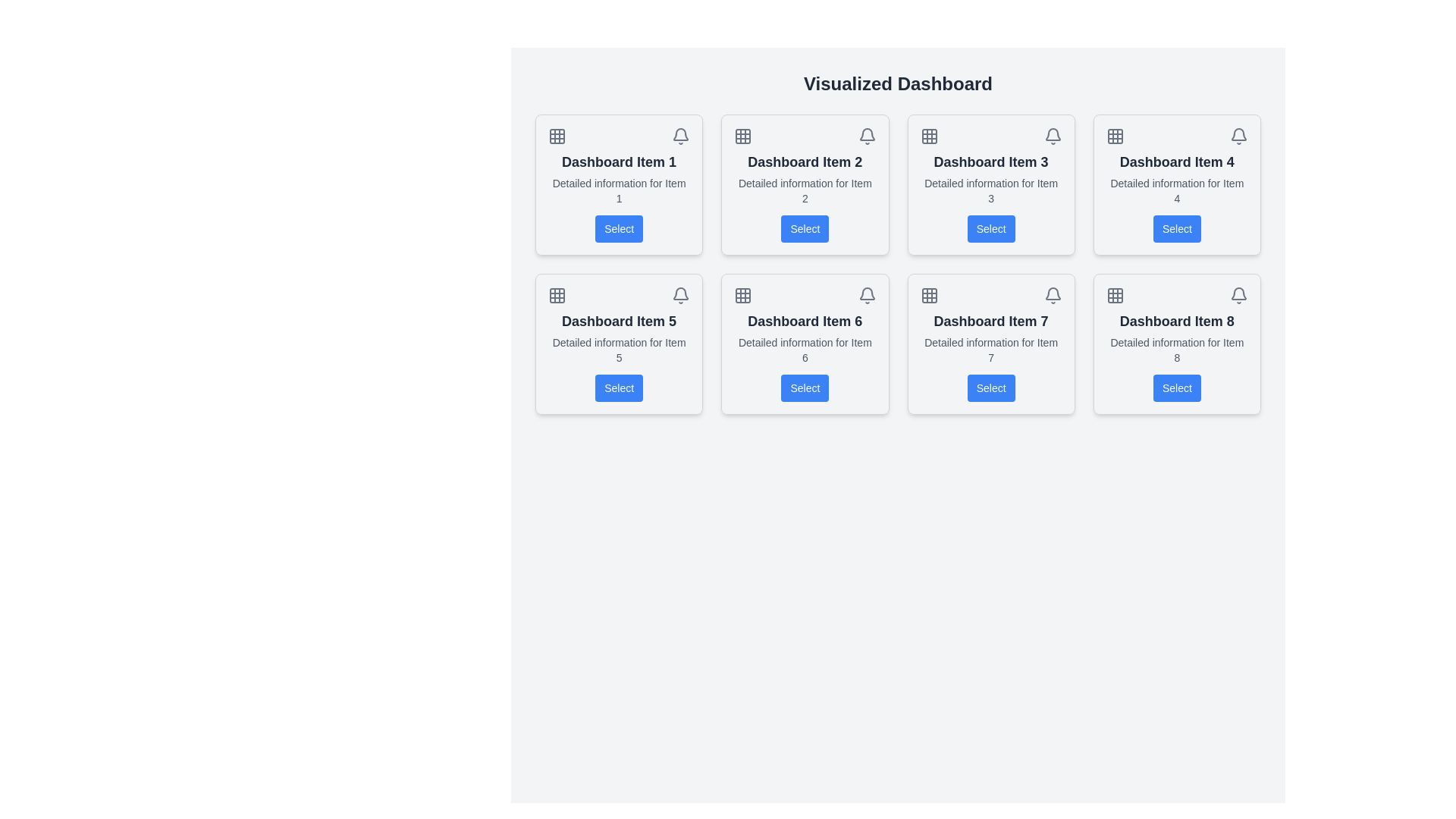  I want to click on the 'Dashboard Item 6' text label that is bold and serves as the main title of a card in the second column of the second row of the dashboard grid, so click(804, 321).